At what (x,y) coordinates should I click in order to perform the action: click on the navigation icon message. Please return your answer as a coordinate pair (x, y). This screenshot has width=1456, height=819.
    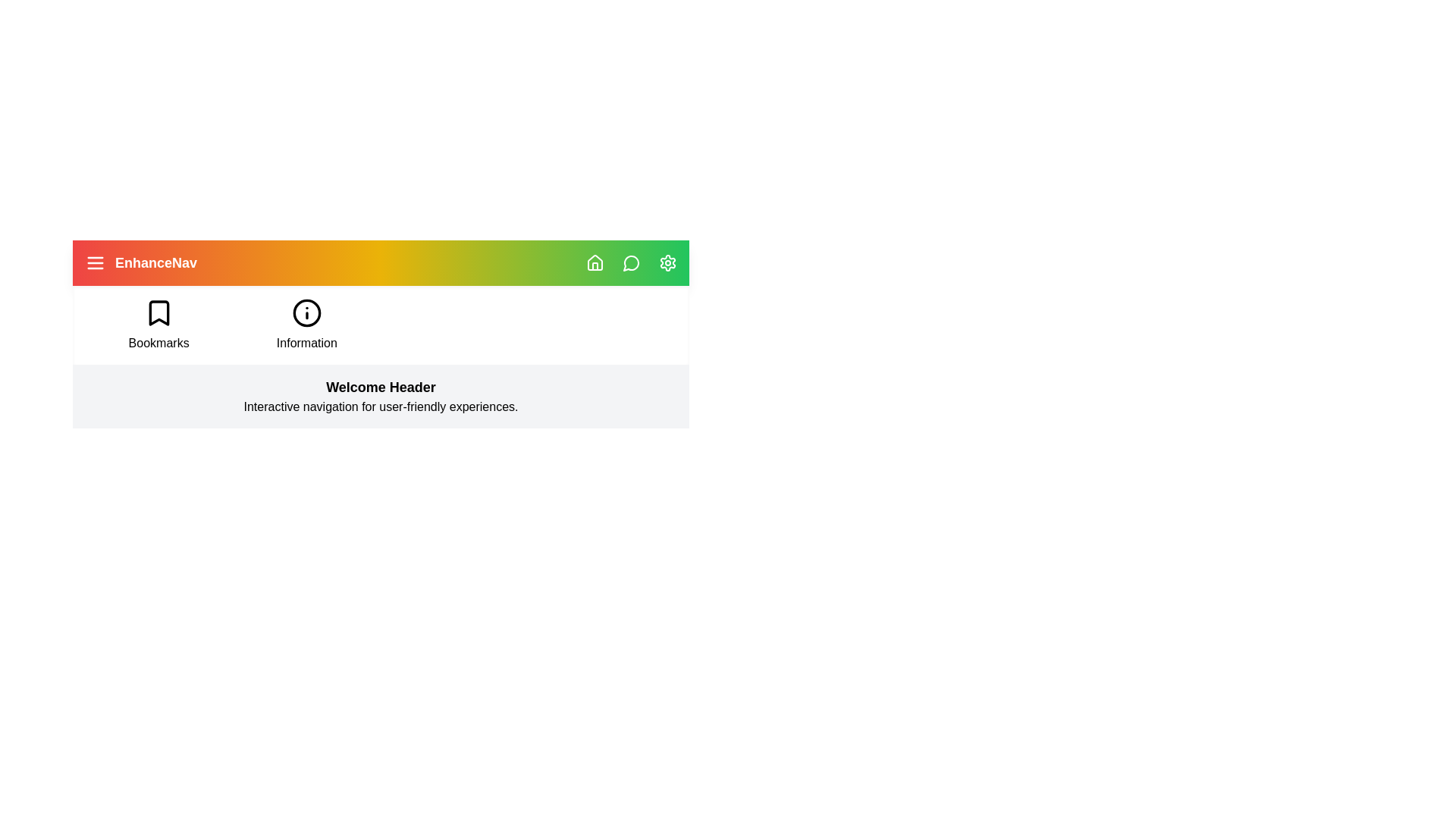
    Looking at the image, I should click on (632, 262).